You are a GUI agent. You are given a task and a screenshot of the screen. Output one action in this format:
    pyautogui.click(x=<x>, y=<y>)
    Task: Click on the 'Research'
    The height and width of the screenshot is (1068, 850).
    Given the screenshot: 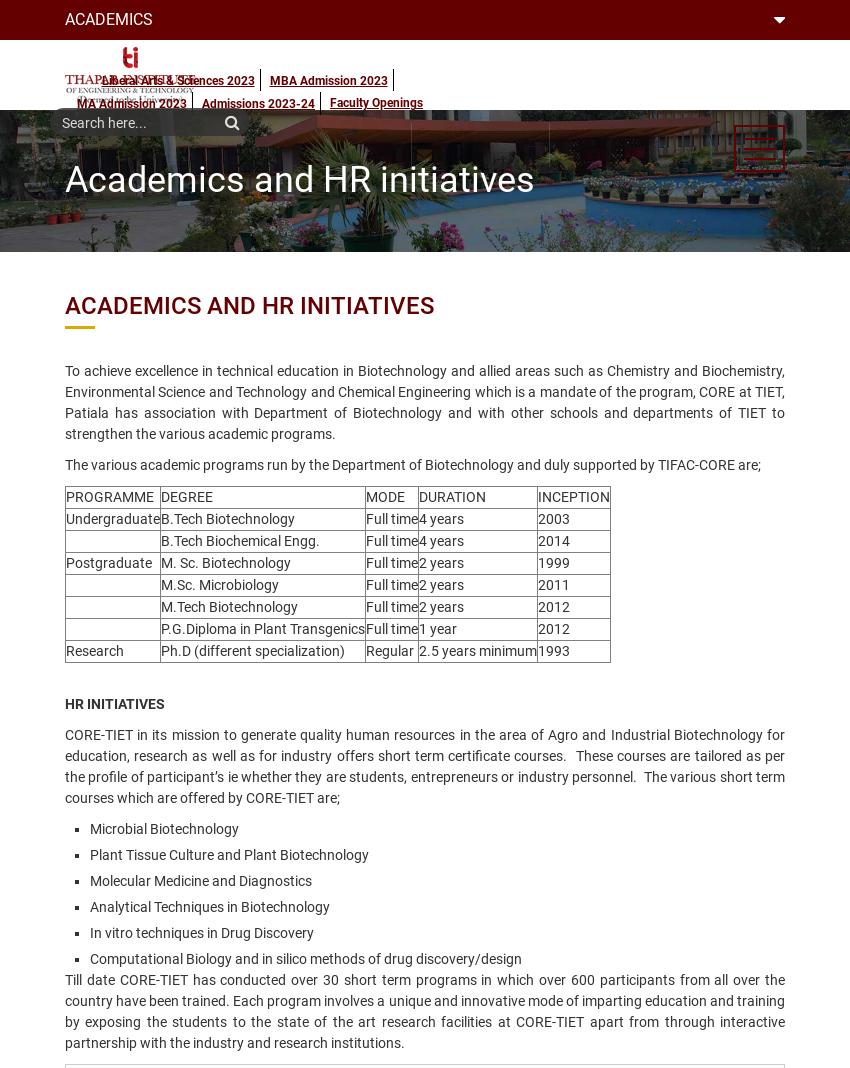 What is the action you would take?
    pyautogui.click(x=94, y=650)
    